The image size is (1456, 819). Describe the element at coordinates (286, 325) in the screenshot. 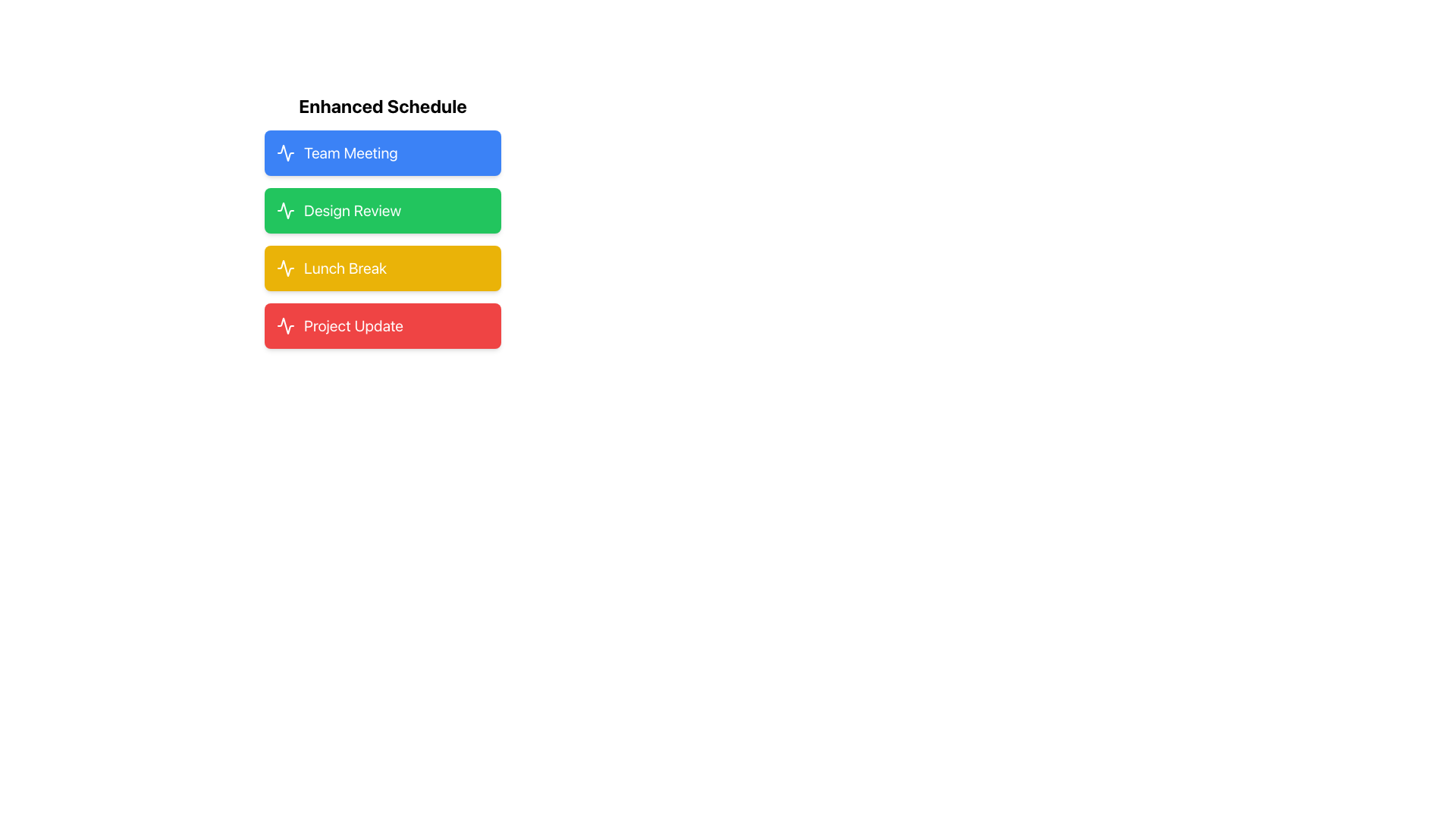

I see `the stylized 'activity' graph icon within the red rectangular button labeled 'Project Update', which is the last button in a vertical list` at that location.